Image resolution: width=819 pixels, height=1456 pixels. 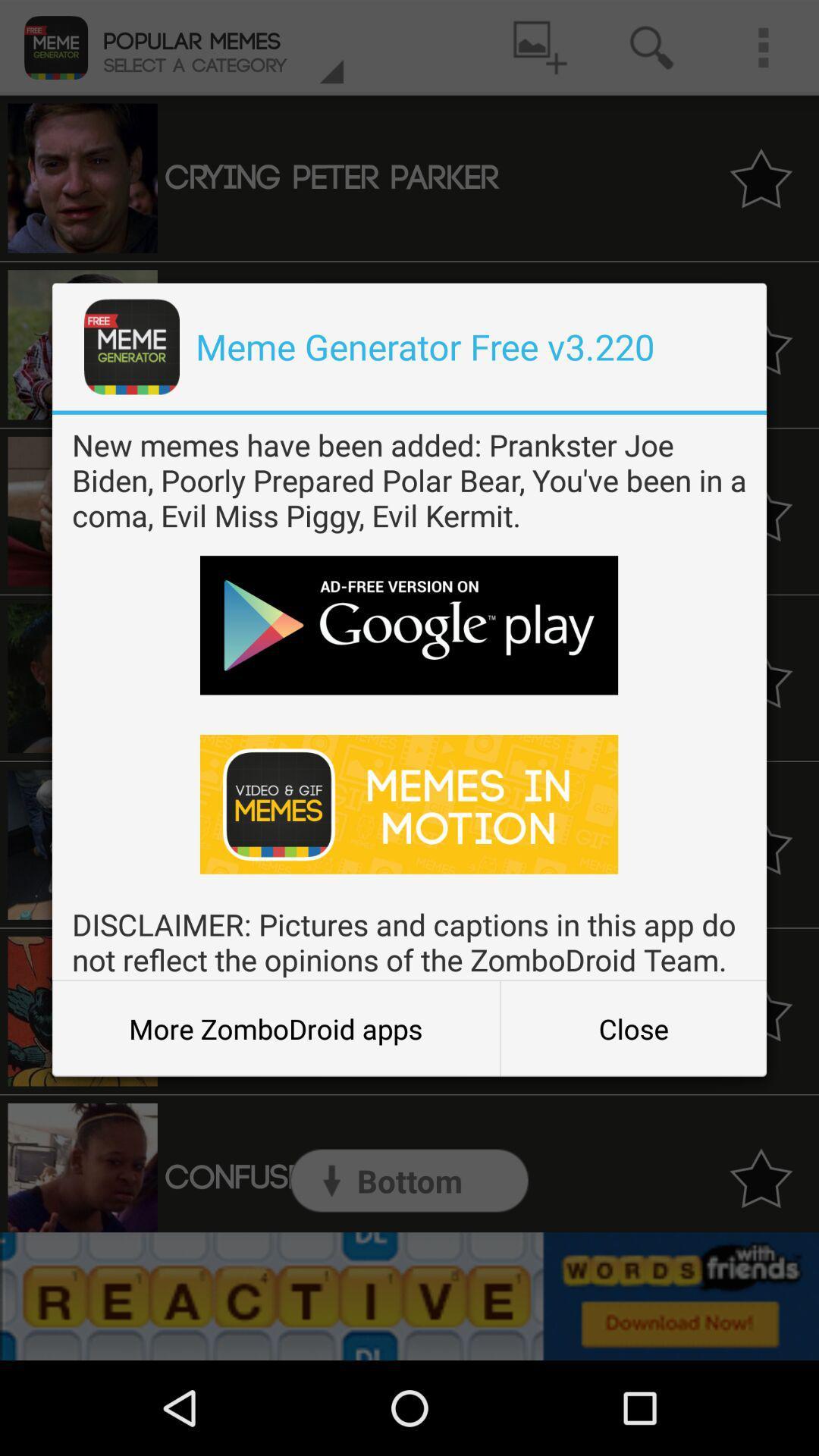 What do you see at coordinates (633, 1028) in the screenshot?
I see `the icon at the bottom right corner` at bounding box center [633, 1028].